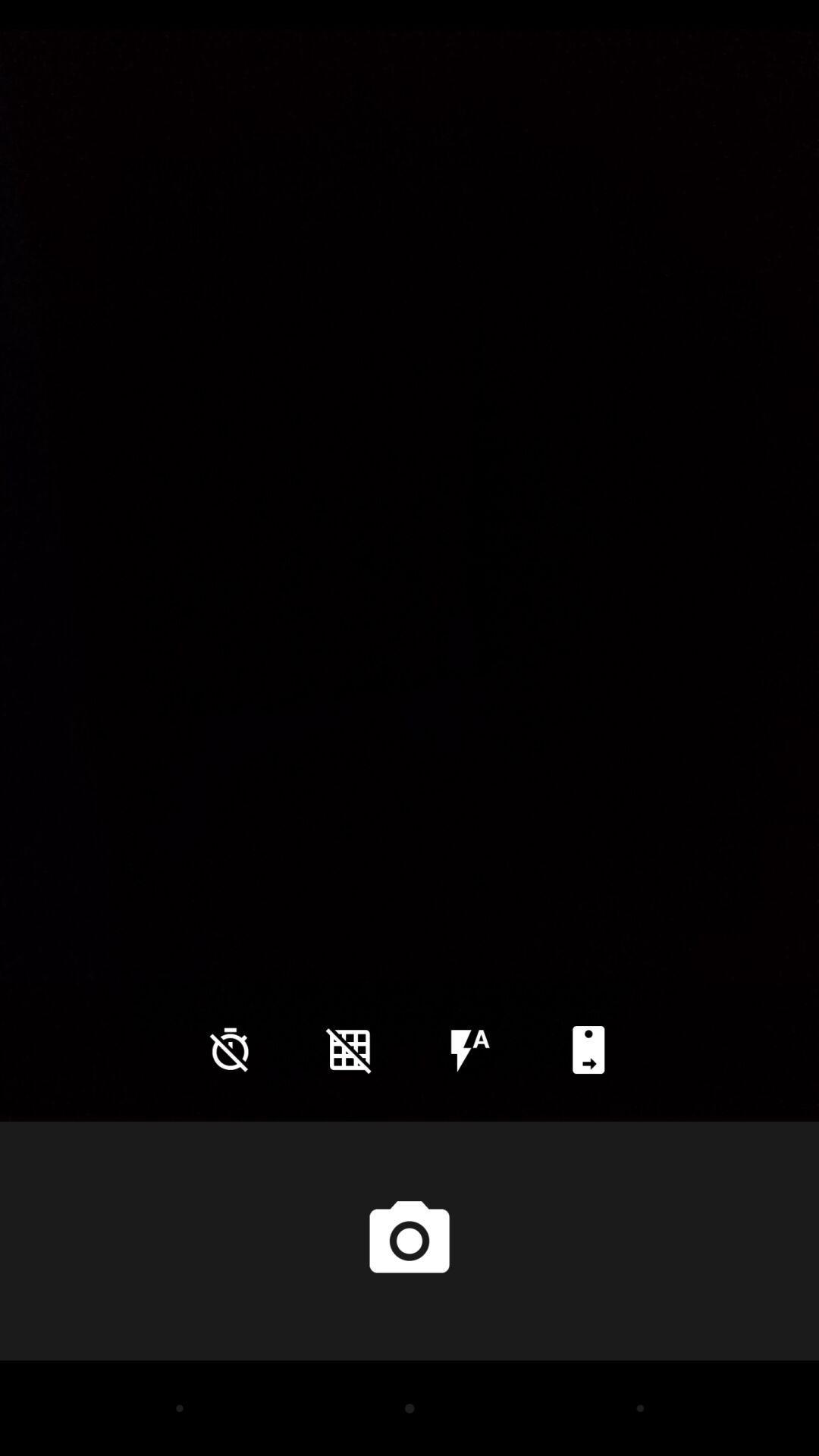 This screenshot has width=819, height=1456. Describe the element at coordinates (588, 1049) in the screenshot. I see `icon at the bottom right corner` at that location.